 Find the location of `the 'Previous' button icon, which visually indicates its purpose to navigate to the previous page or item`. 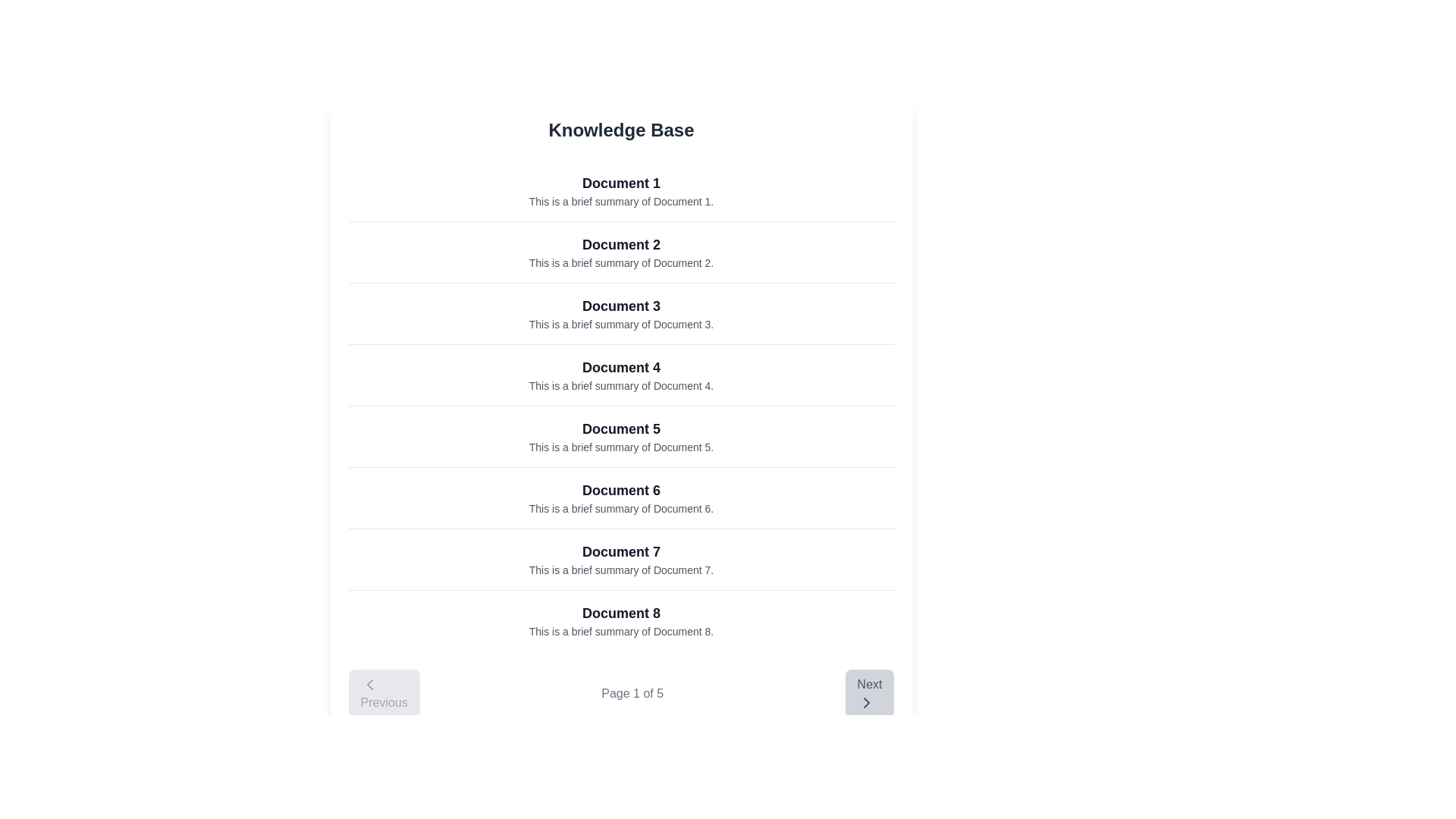

the 'Previous' button icon, which visually indicates its purpose to navigate to the previous page or item is located at coordinates (369, 684).